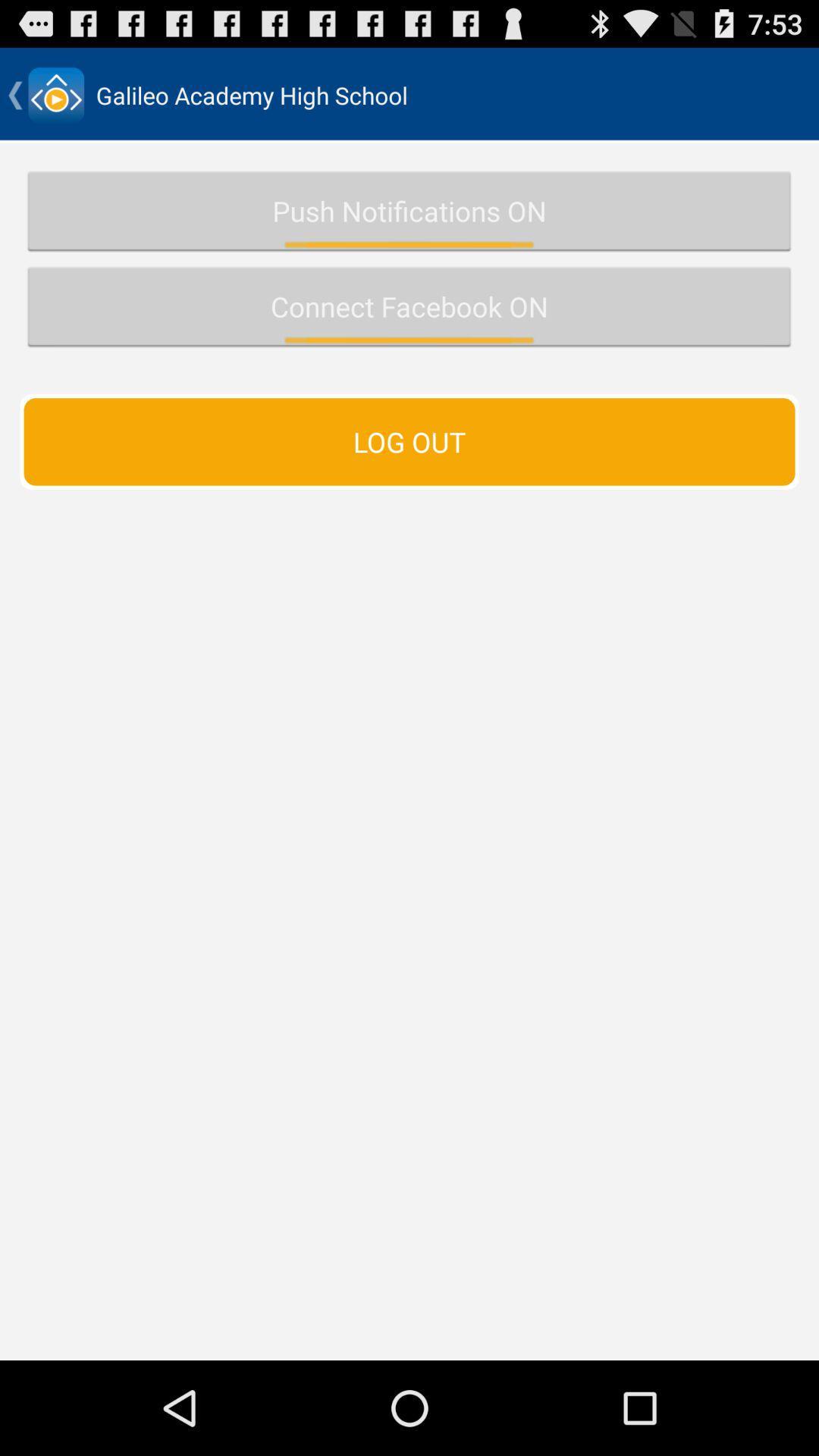  What do you see at coordinates (409, 306) in the screenshot?
I see `the icon below the push notifications on icon` at bounding box center [409, 306].